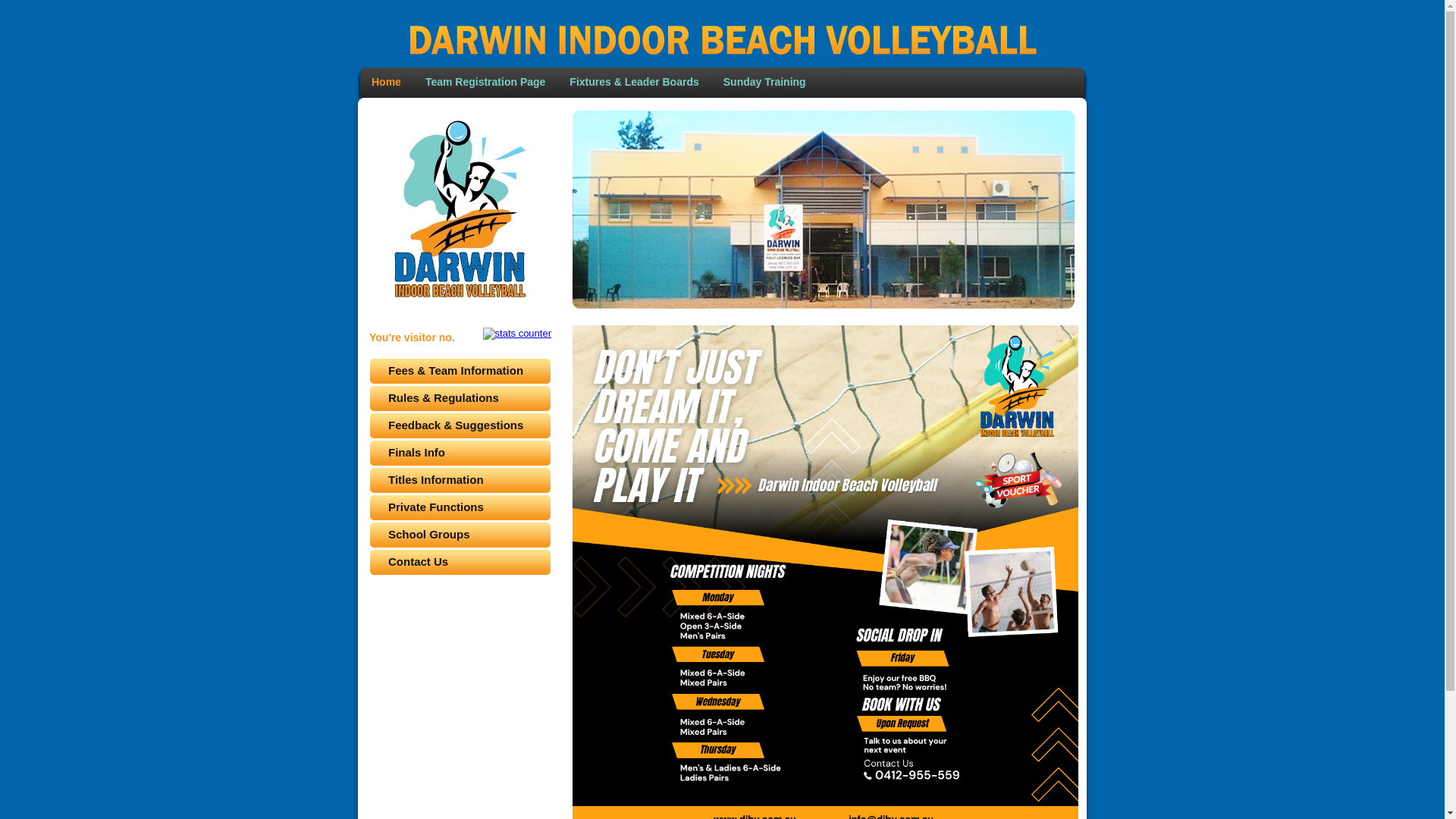 This screenshot has width=1456, height=819. Describe the element at coordinates (633, 82) in the screenshot. I see `'Fixtures & Leader Boards'` at that location.